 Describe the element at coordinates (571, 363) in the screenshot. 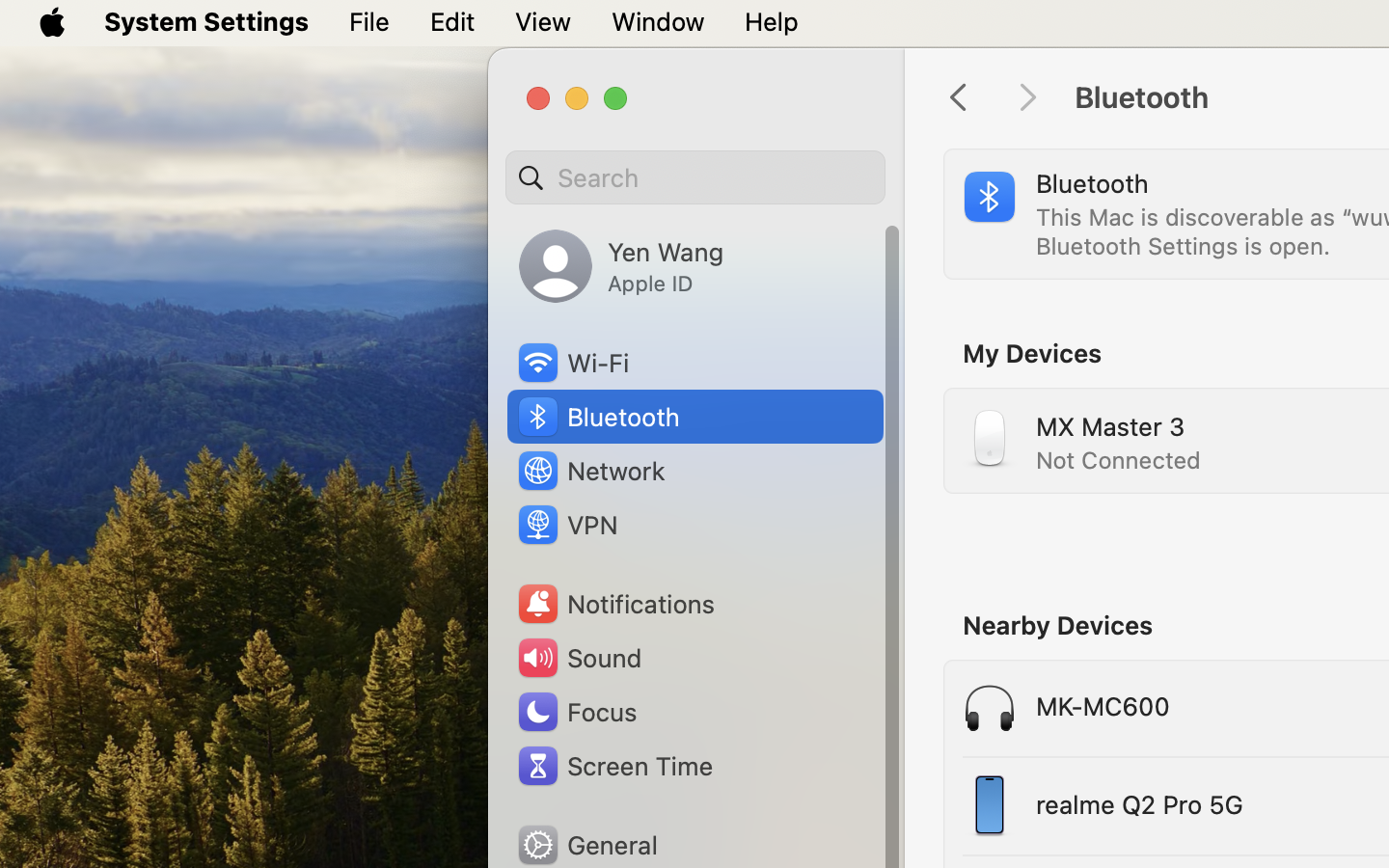

I see `'Wi‑Fi'` at that location.